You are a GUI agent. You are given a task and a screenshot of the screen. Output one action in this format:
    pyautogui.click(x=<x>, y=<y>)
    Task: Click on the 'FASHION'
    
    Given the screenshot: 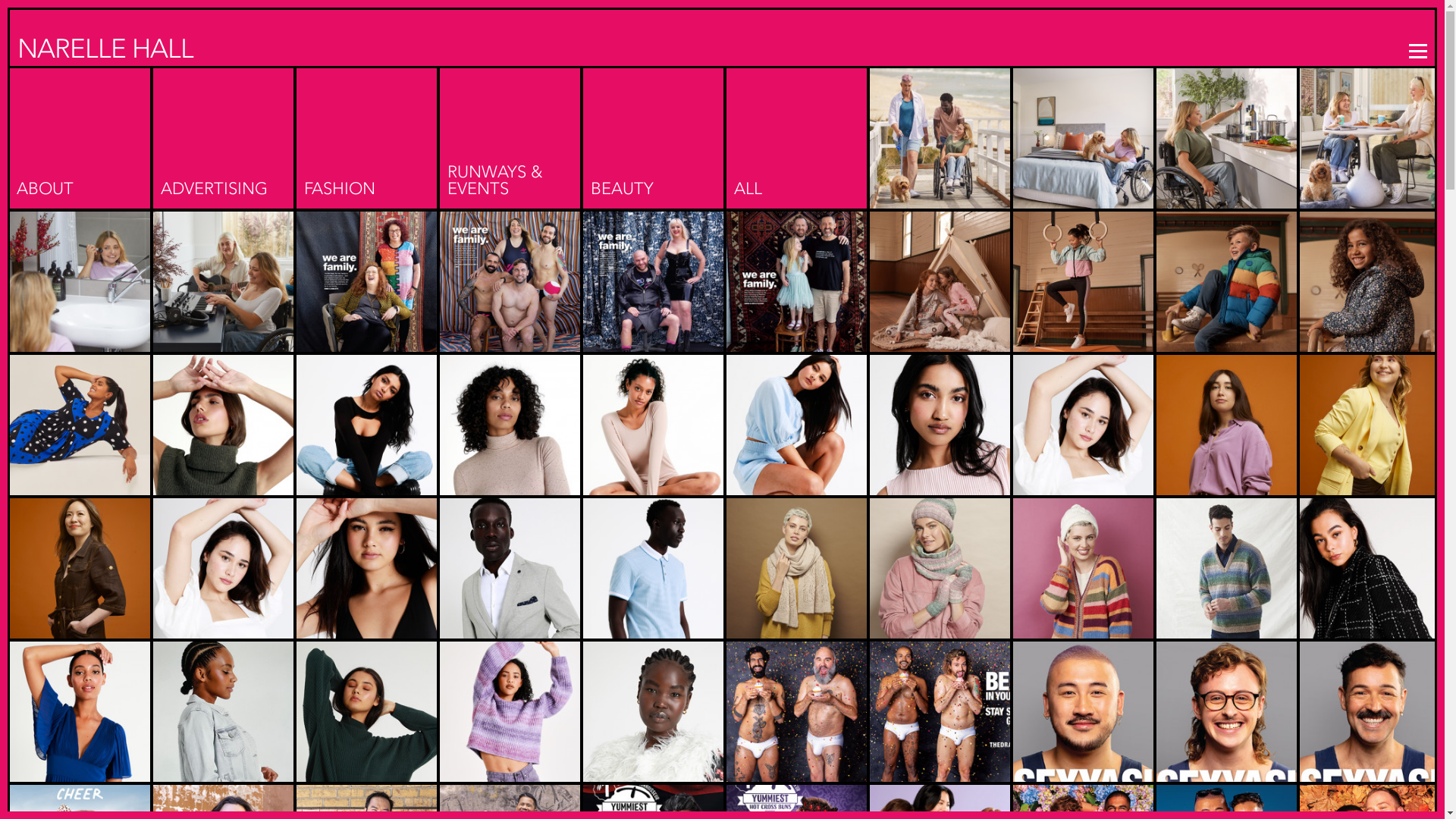 What is the action you would take?
    pyautogui.click(x=296, y=129)
    